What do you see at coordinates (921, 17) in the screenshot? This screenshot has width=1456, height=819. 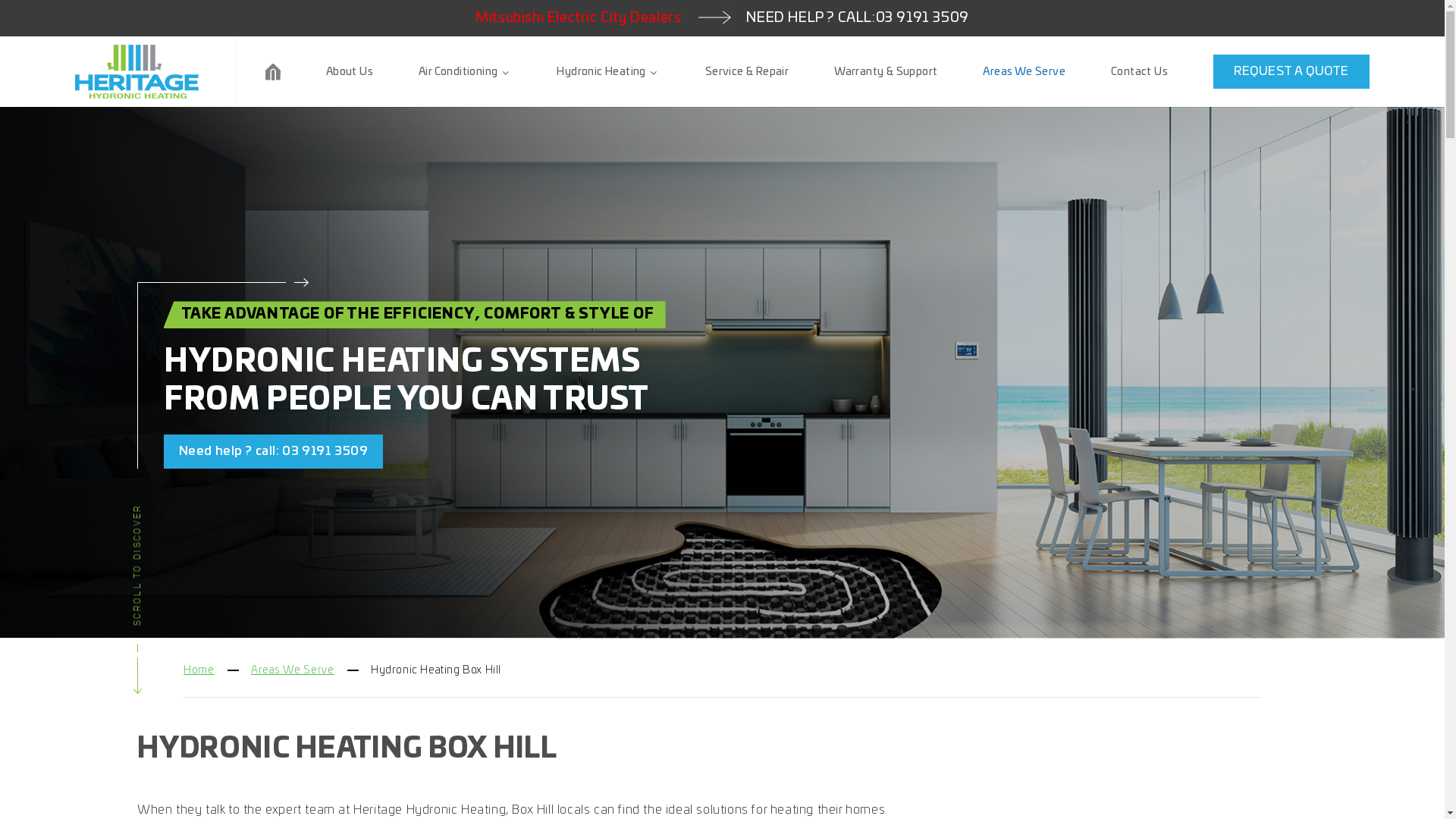 I see `'03 9191 3509'` at bounding box center [921, 17].